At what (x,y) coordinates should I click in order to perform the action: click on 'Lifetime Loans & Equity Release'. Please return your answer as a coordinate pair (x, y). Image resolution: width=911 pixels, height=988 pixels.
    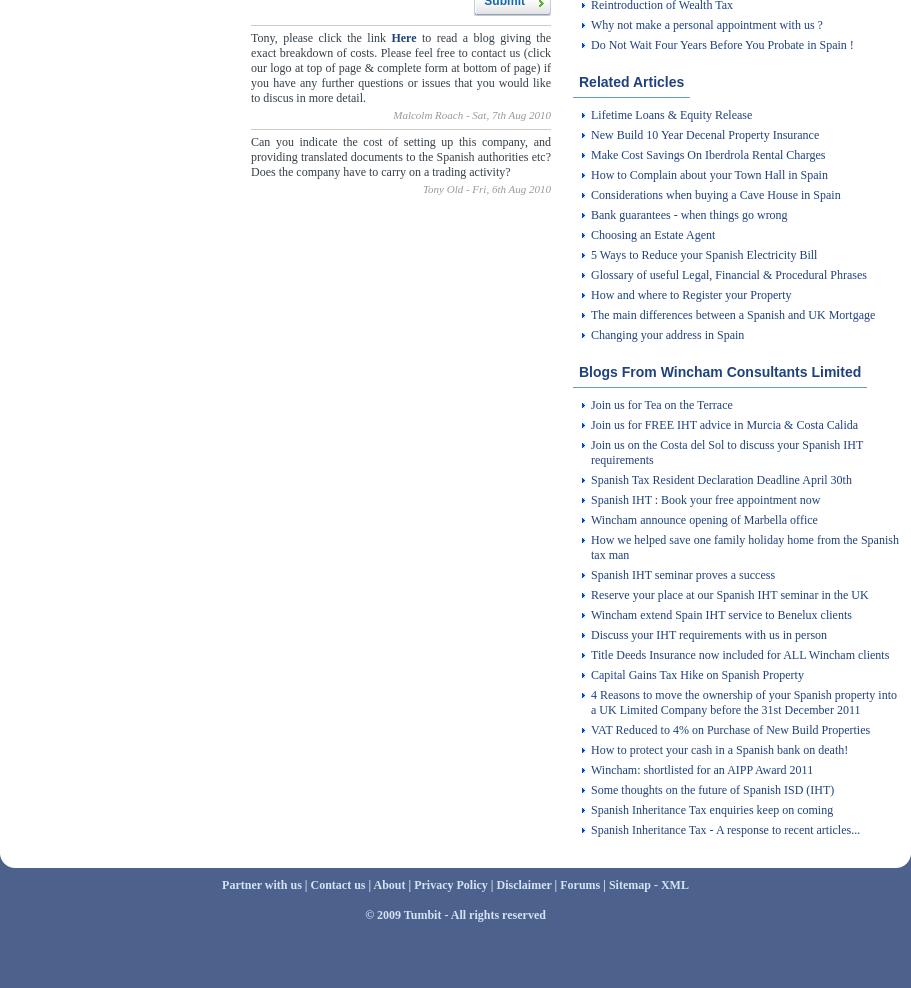
    Looking at the image, I should click on (670, 115).